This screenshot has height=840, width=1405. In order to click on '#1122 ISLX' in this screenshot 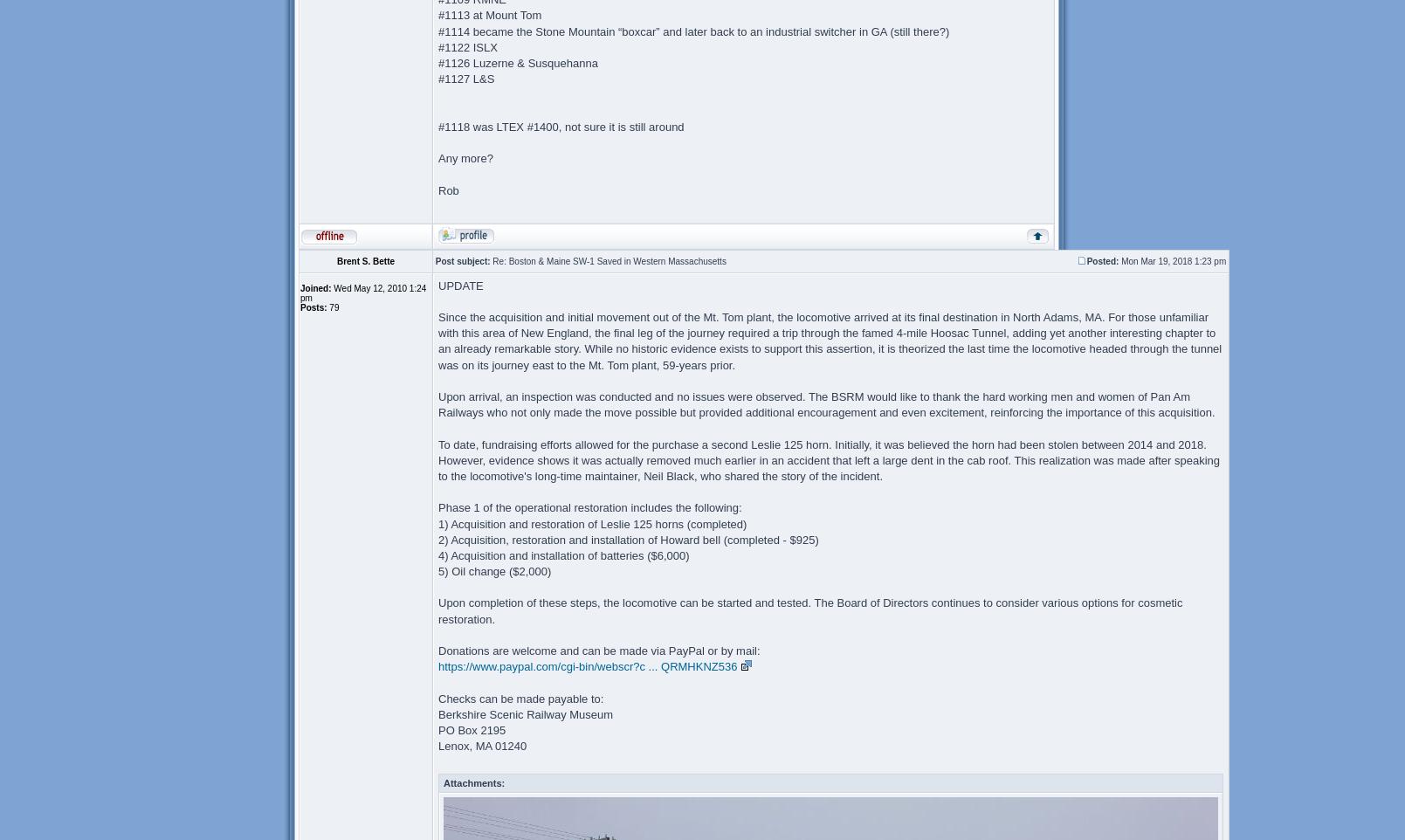, I will do `click(466, 46)`.